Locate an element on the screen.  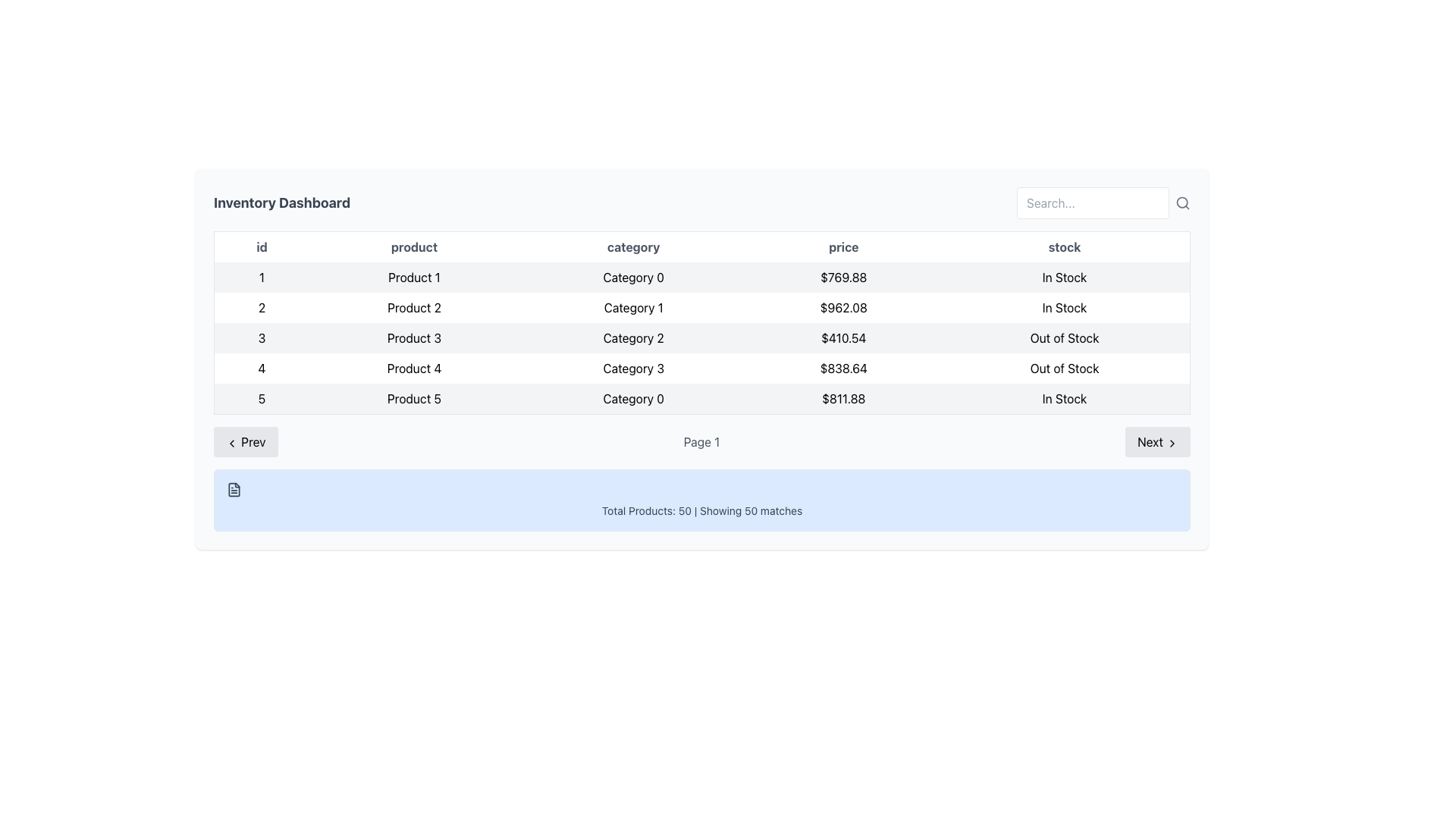
the text label displaying 'Page 1' in a subdued gray color, part of the pagination feature located at the center of the pagination bar is located at coordinates (701, 441).